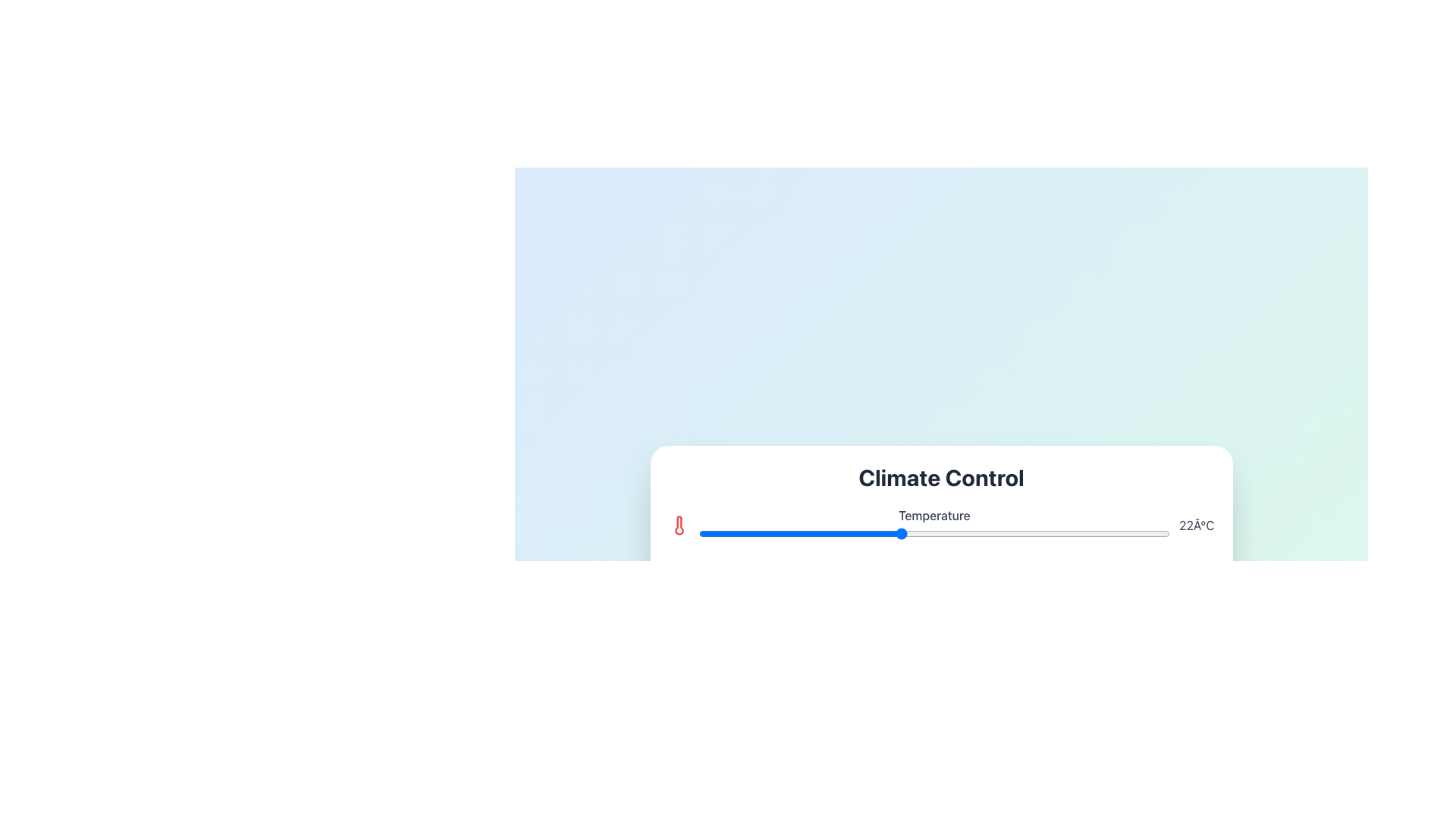 The height and width of the screenshot is (819, 1456). I want to click on temperature, so click(934, 533).